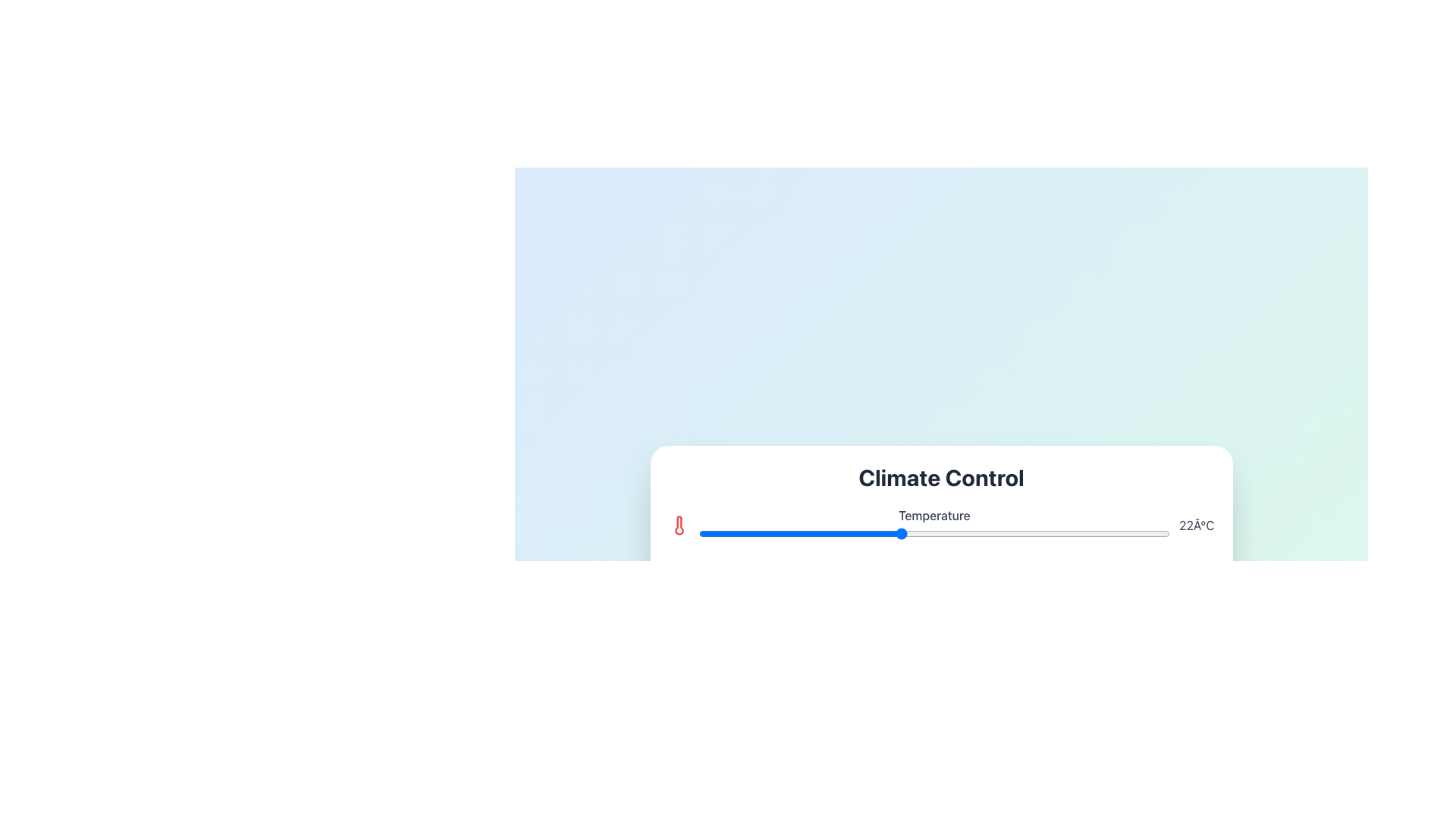 The height and width of the screenshot is (819, 1456). I want to click on temperature, so click(934, 533).